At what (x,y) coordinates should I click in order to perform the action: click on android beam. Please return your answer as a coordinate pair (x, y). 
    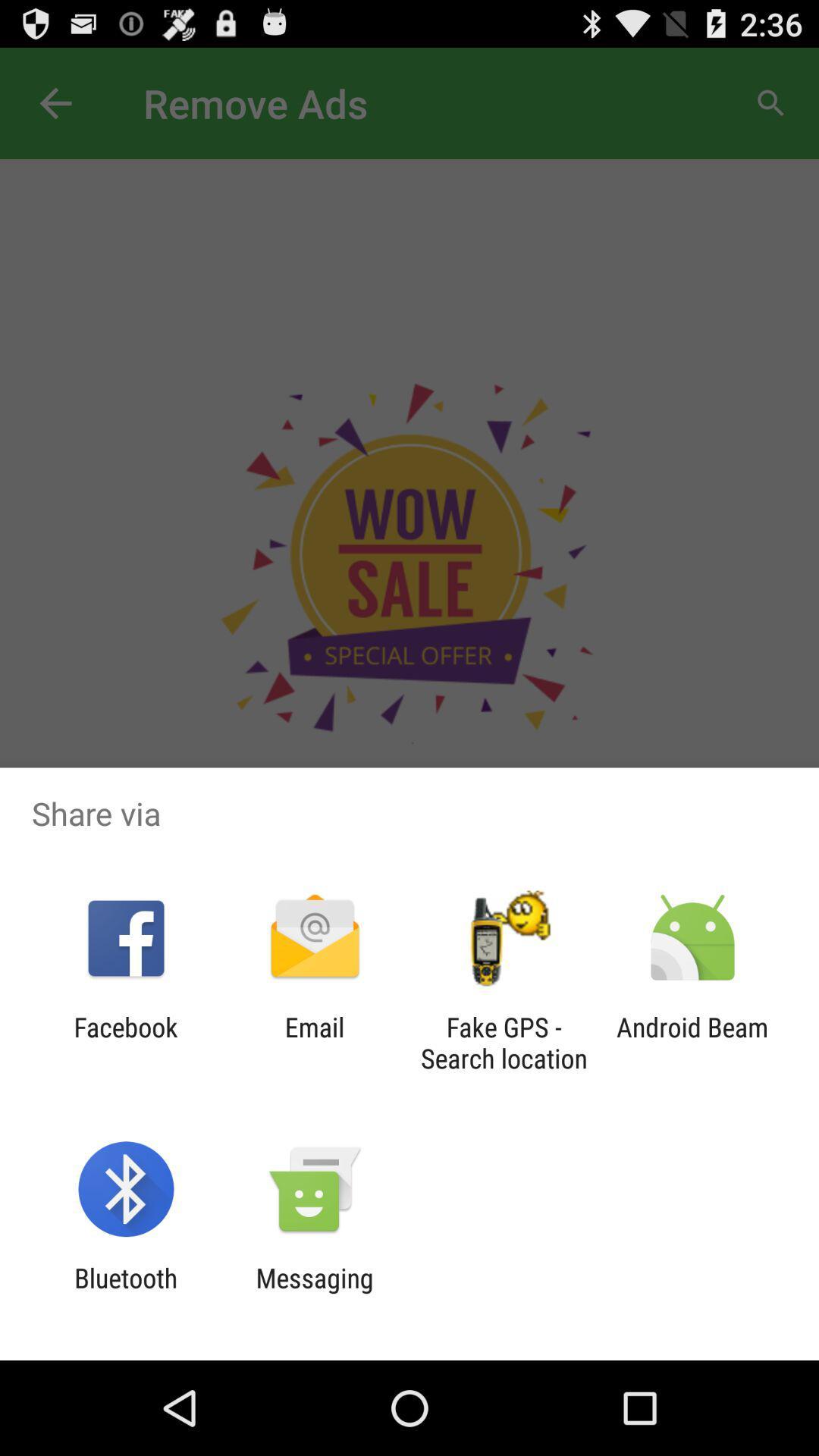
    Looking at the image, I should click on (692, 1042).